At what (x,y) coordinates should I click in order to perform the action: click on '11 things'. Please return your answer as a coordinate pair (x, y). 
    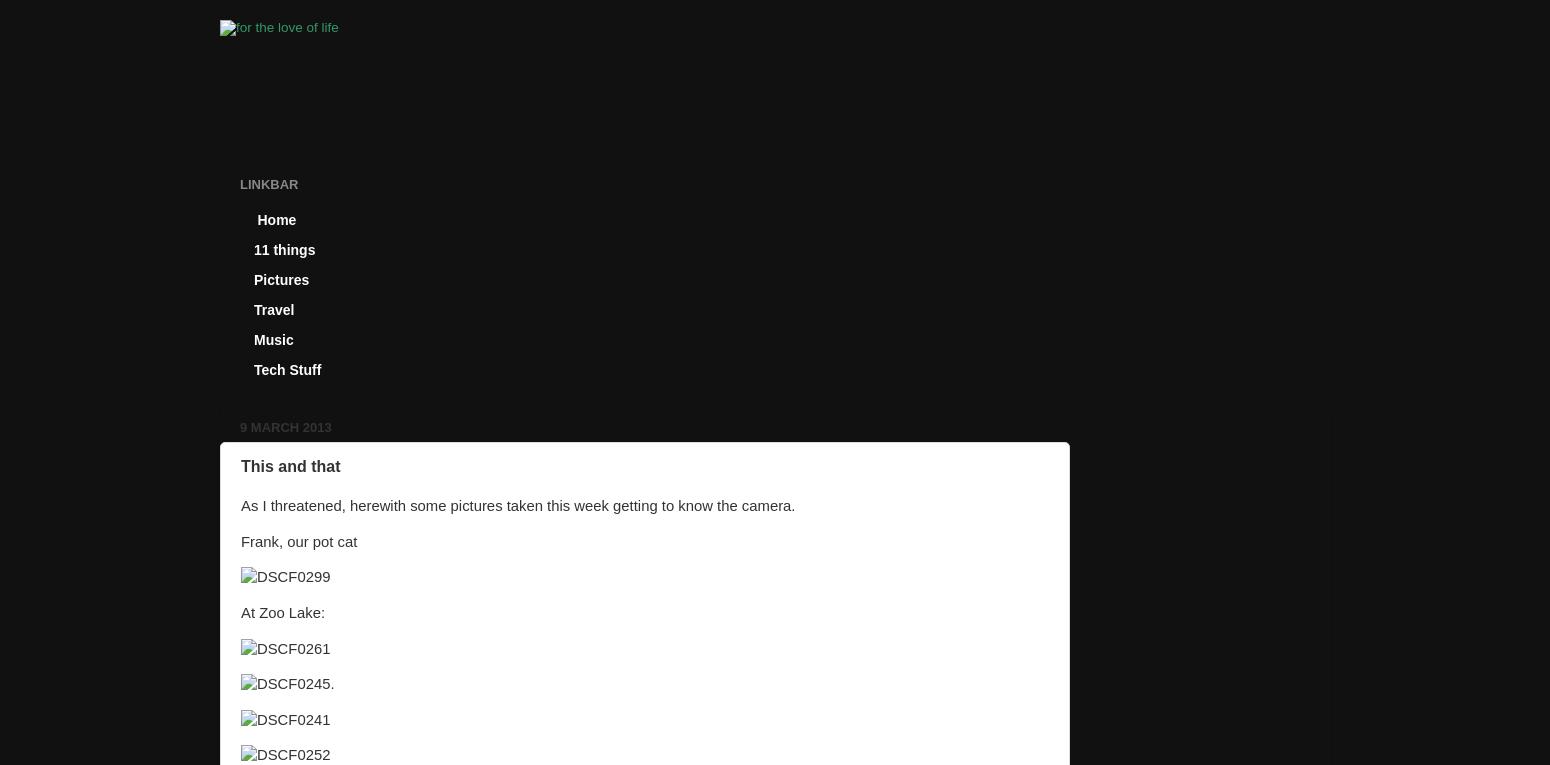
    Looking at the image, I should click on (284, 250).